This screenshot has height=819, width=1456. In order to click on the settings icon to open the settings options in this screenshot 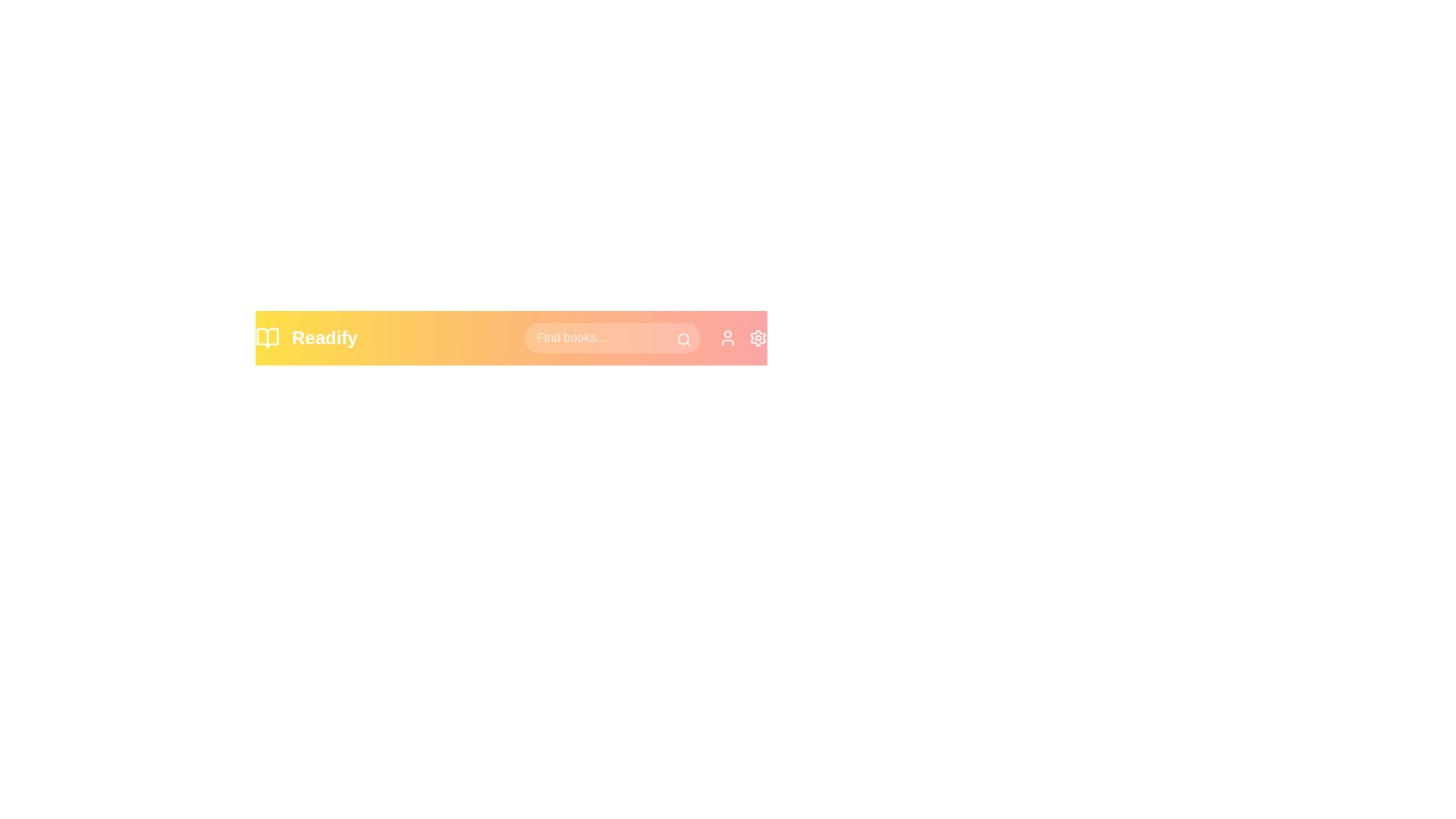, I will do `click(758, 337)`.